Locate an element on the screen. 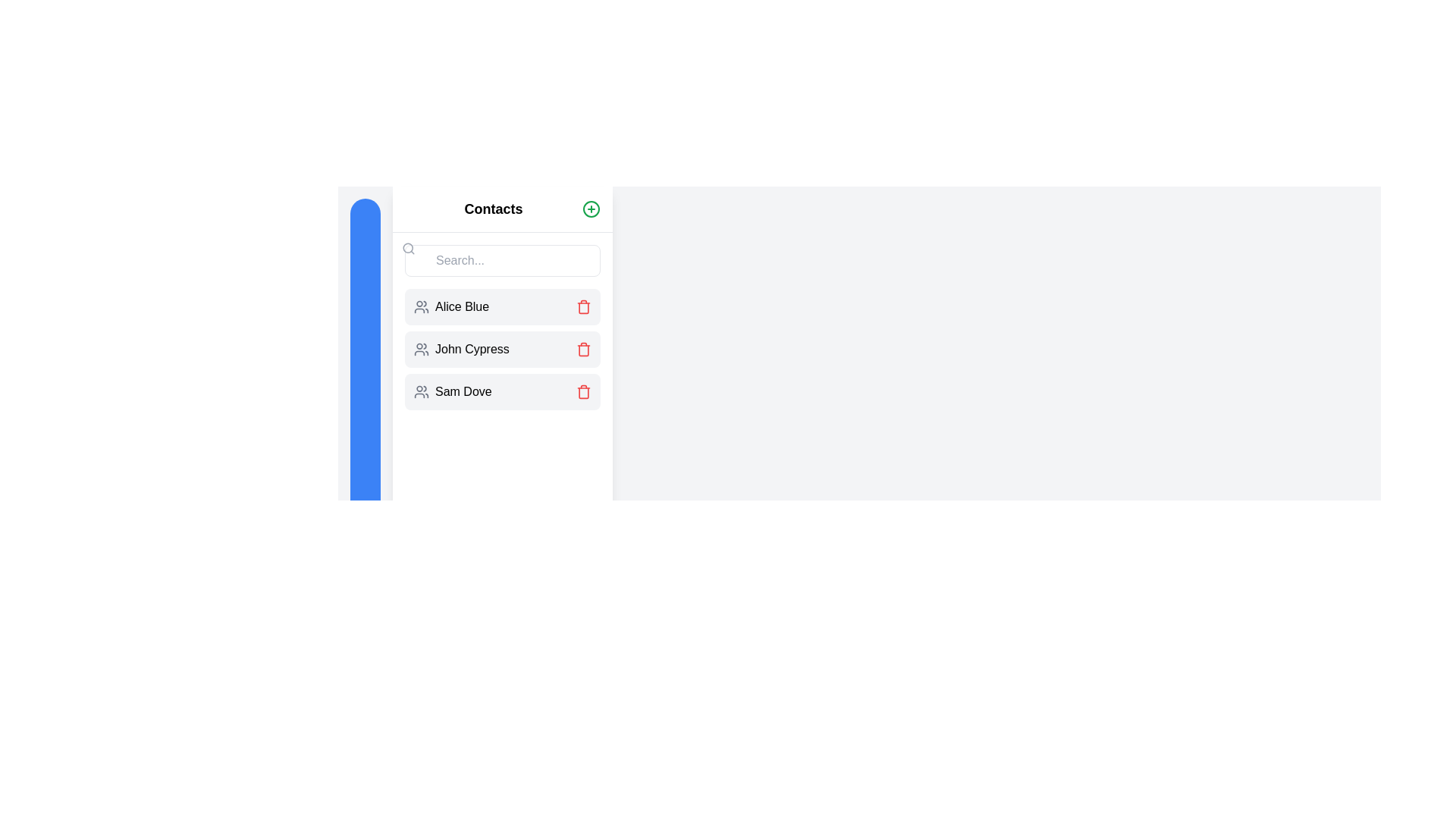 The image size is (1456, 819). the heading text indicating 'Contacts' is located at coordinates (494, 209).